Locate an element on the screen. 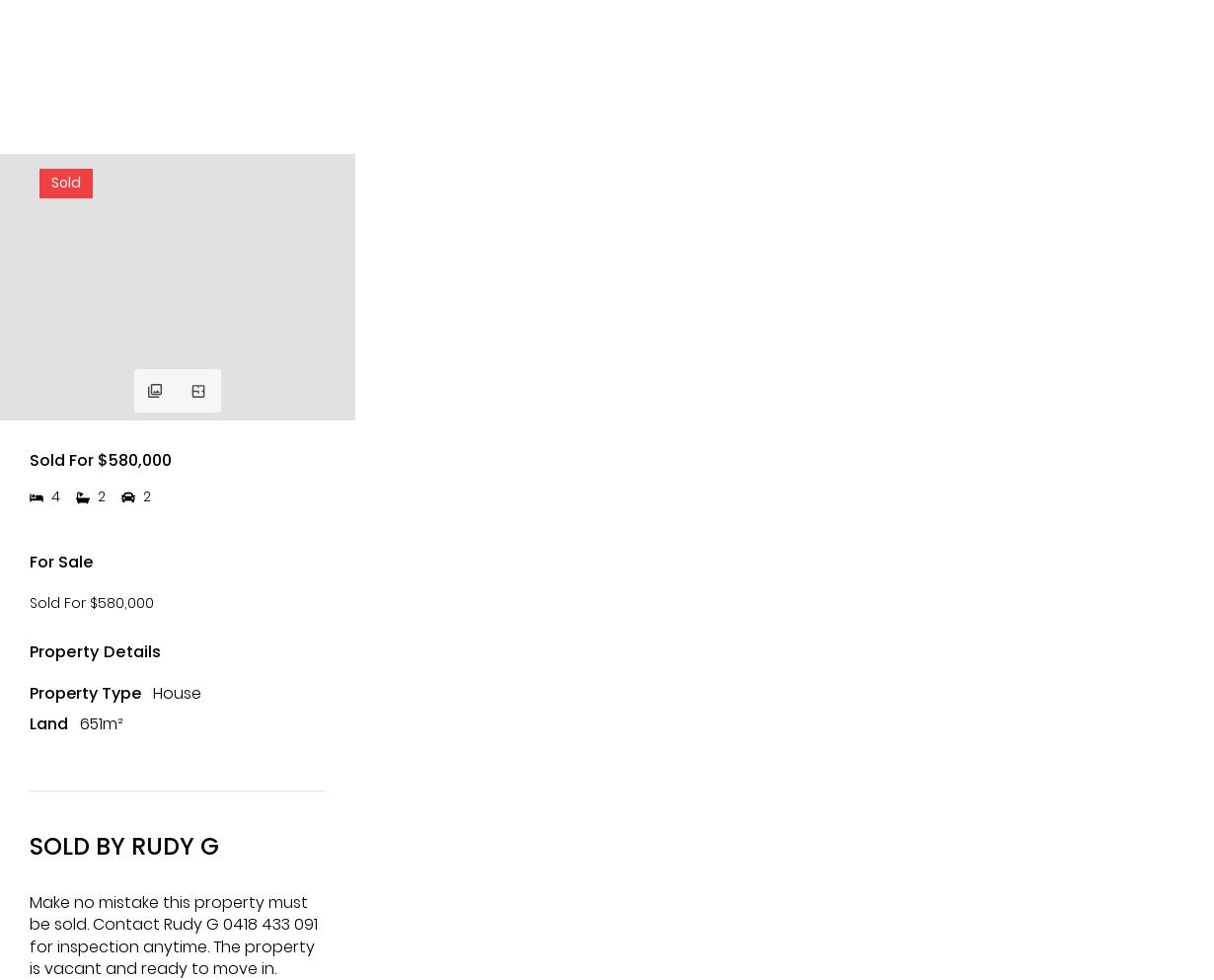 This screenshot has width=1214, height=980. 'Call (07)...' is located at coordinates (177, 179).